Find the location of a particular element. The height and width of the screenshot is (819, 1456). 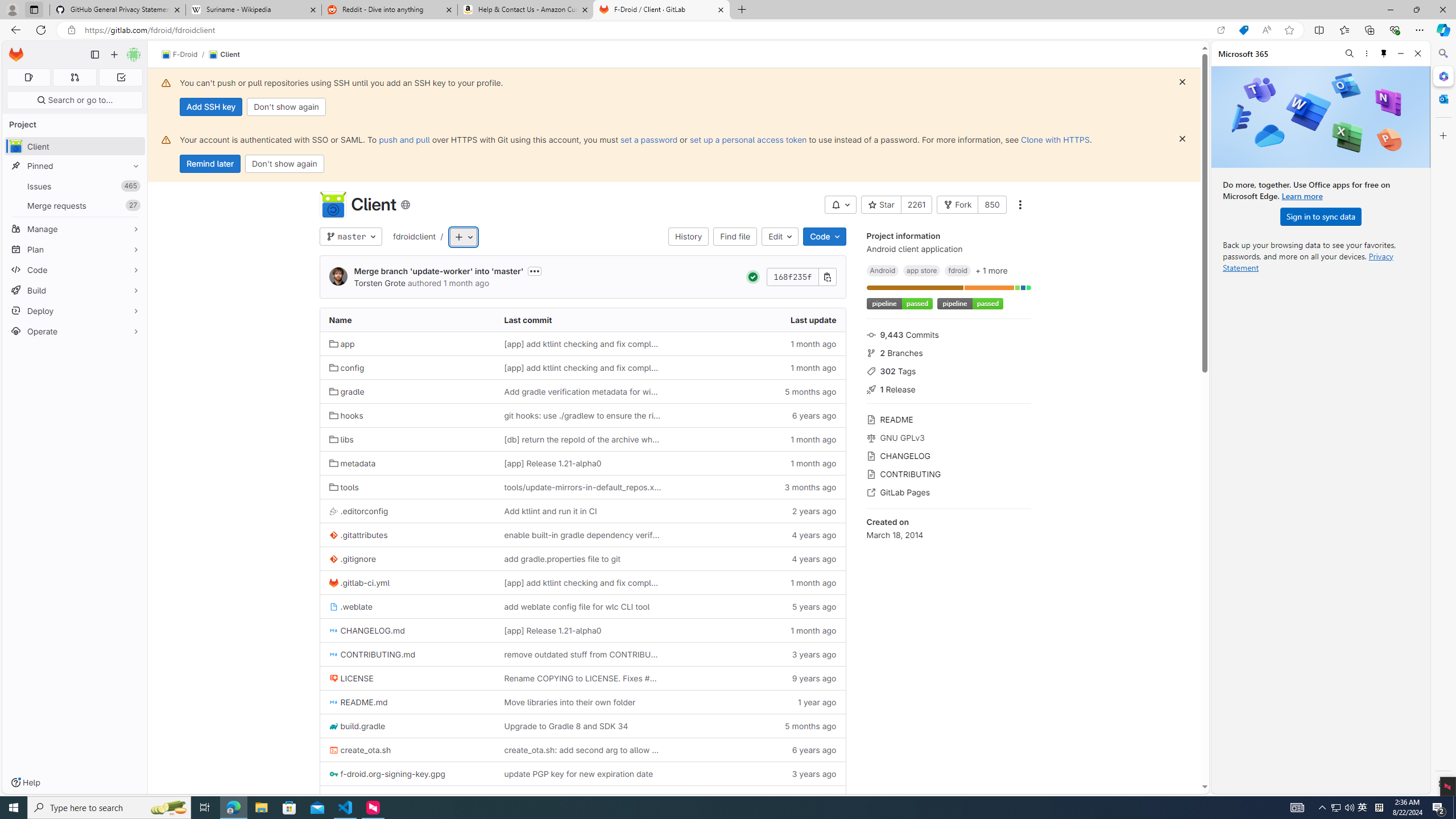

'Merge requests27' is located at coordinates (74, 205).